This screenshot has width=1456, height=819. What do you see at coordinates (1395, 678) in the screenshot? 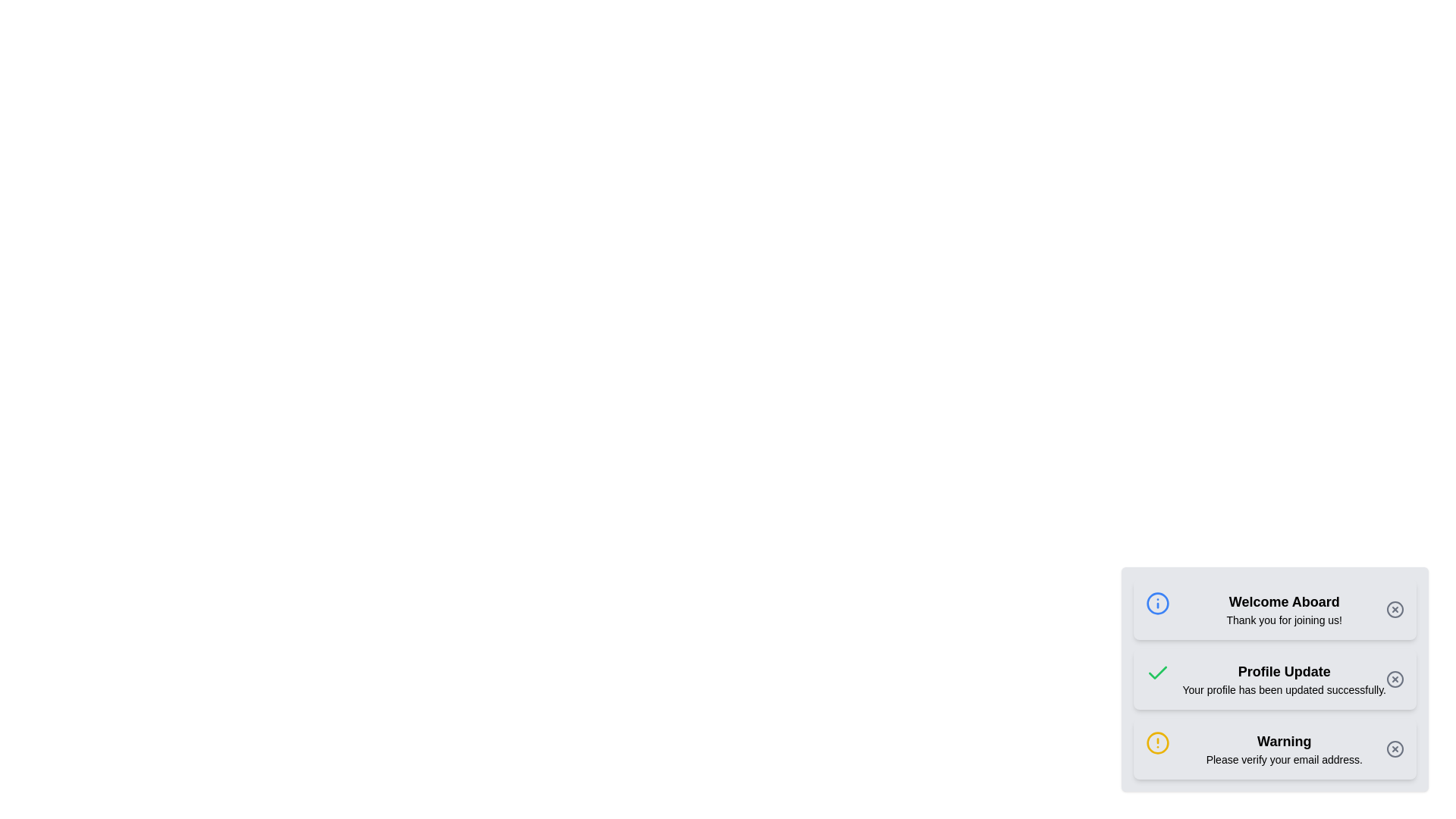
I see `the dismiss button located on the right side of the 'Profile Update' notification, which closes the notification` at bounding box center [1395, 678].